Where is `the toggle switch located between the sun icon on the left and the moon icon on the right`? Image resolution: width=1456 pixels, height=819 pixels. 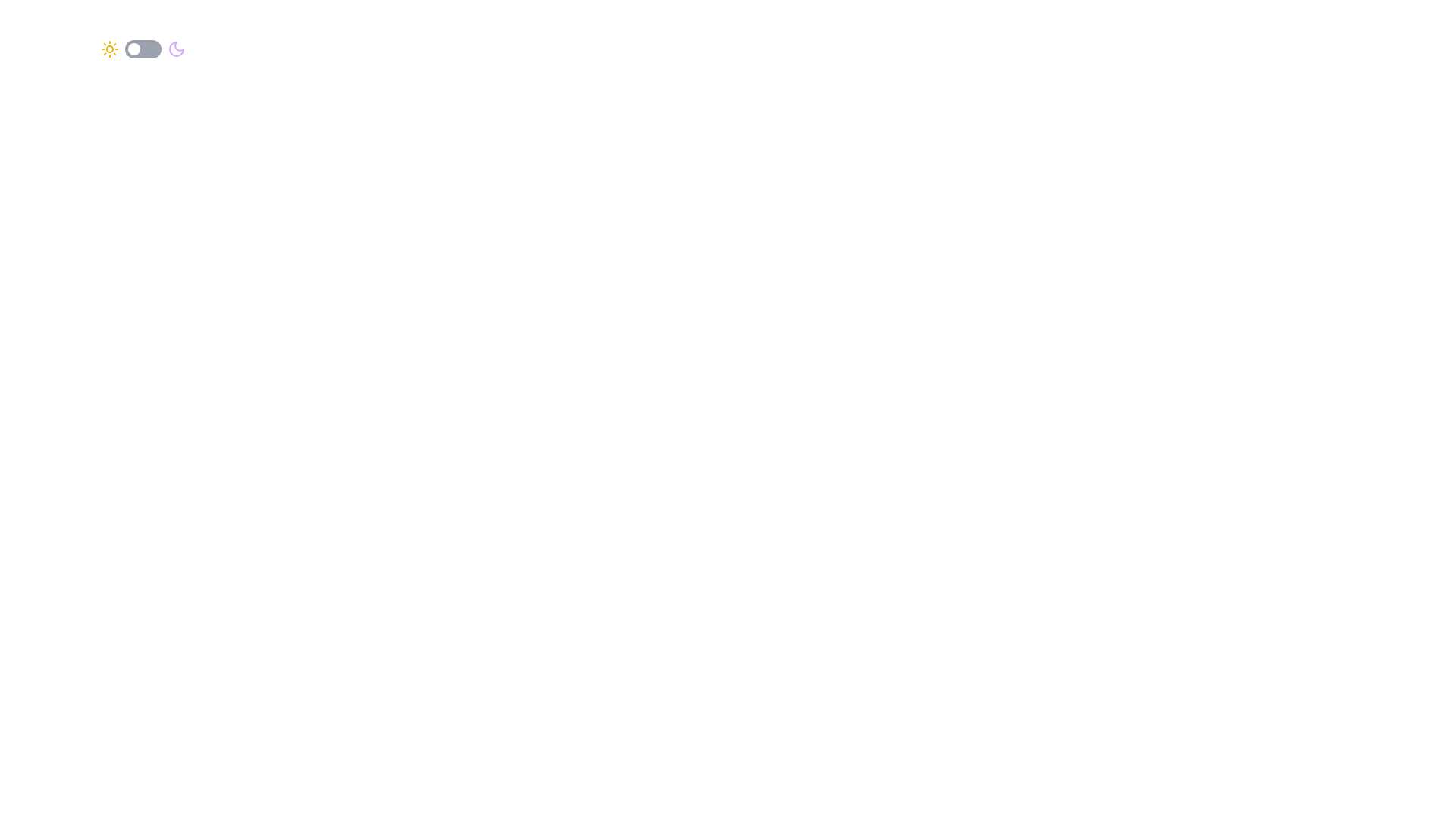
the toggle switch located between the sun icon on the left and the moon icon on the right is located at coordinates (143, 49).